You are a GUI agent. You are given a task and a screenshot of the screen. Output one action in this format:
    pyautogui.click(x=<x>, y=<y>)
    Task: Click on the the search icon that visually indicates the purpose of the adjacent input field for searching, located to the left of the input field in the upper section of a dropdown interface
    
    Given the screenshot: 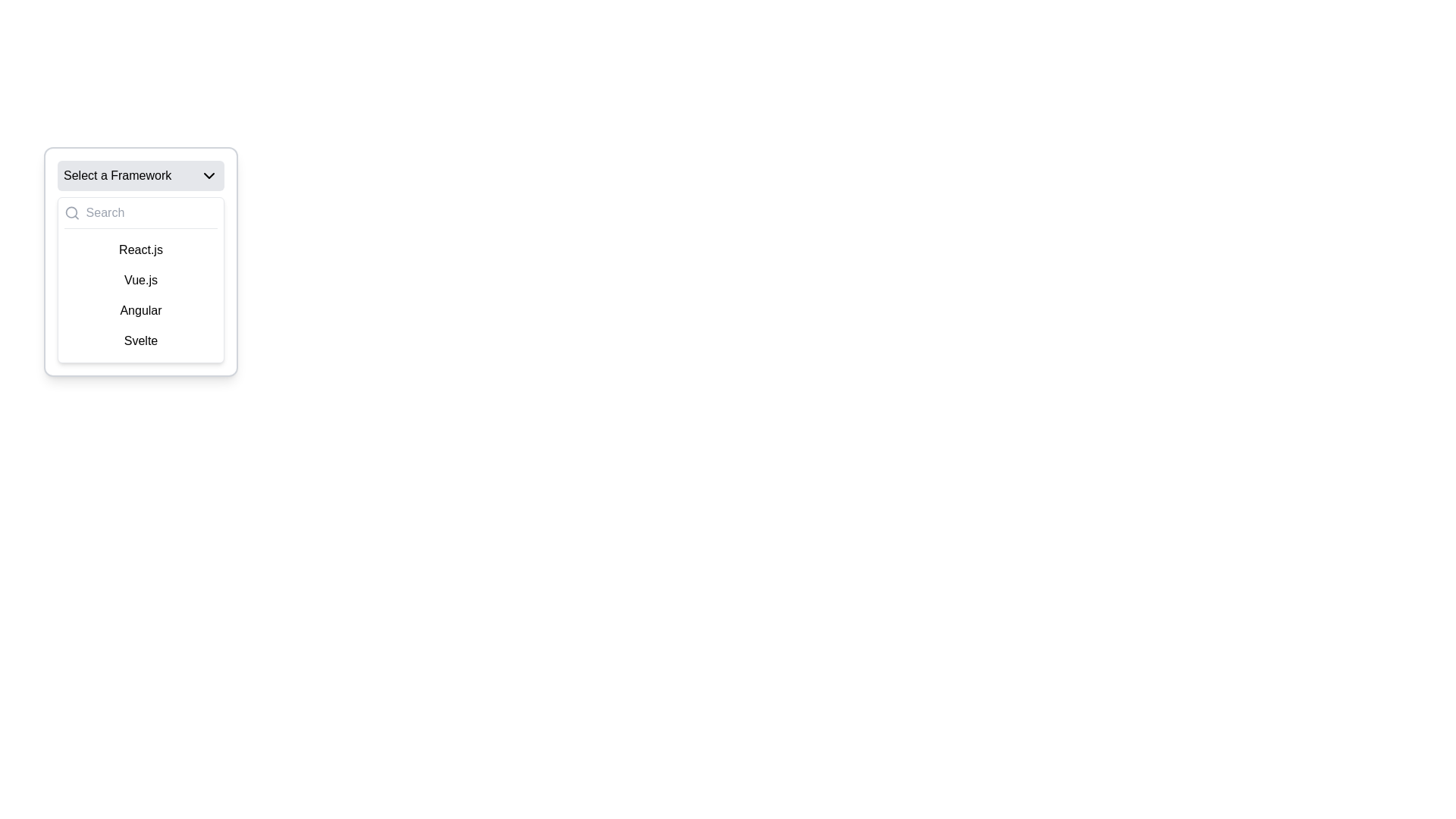 What is the action you would take?
    pyautogui.click(x=71, y=213)
    